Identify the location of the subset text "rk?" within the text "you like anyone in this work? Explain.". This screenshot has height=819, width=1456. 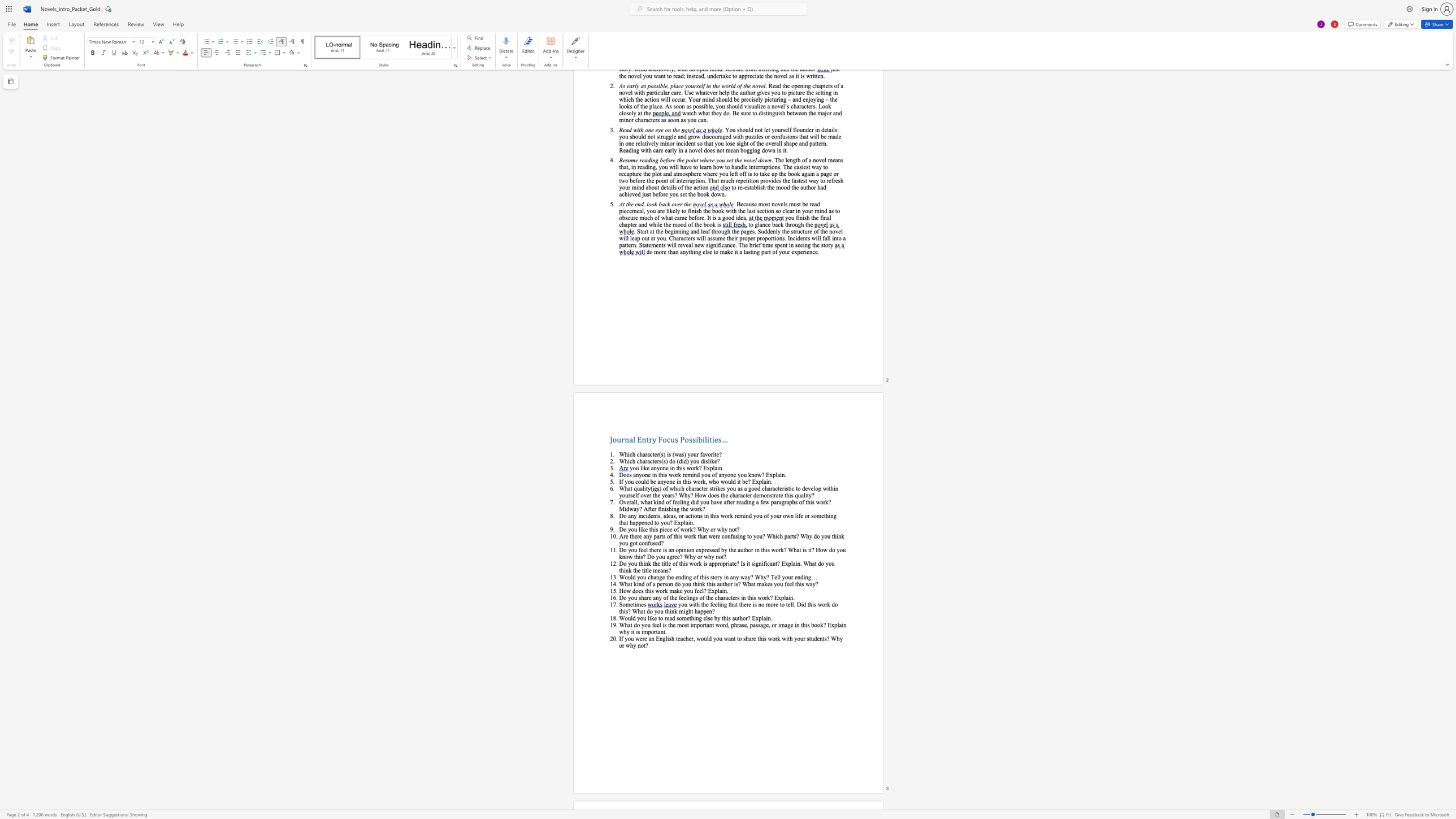
(694, 467).